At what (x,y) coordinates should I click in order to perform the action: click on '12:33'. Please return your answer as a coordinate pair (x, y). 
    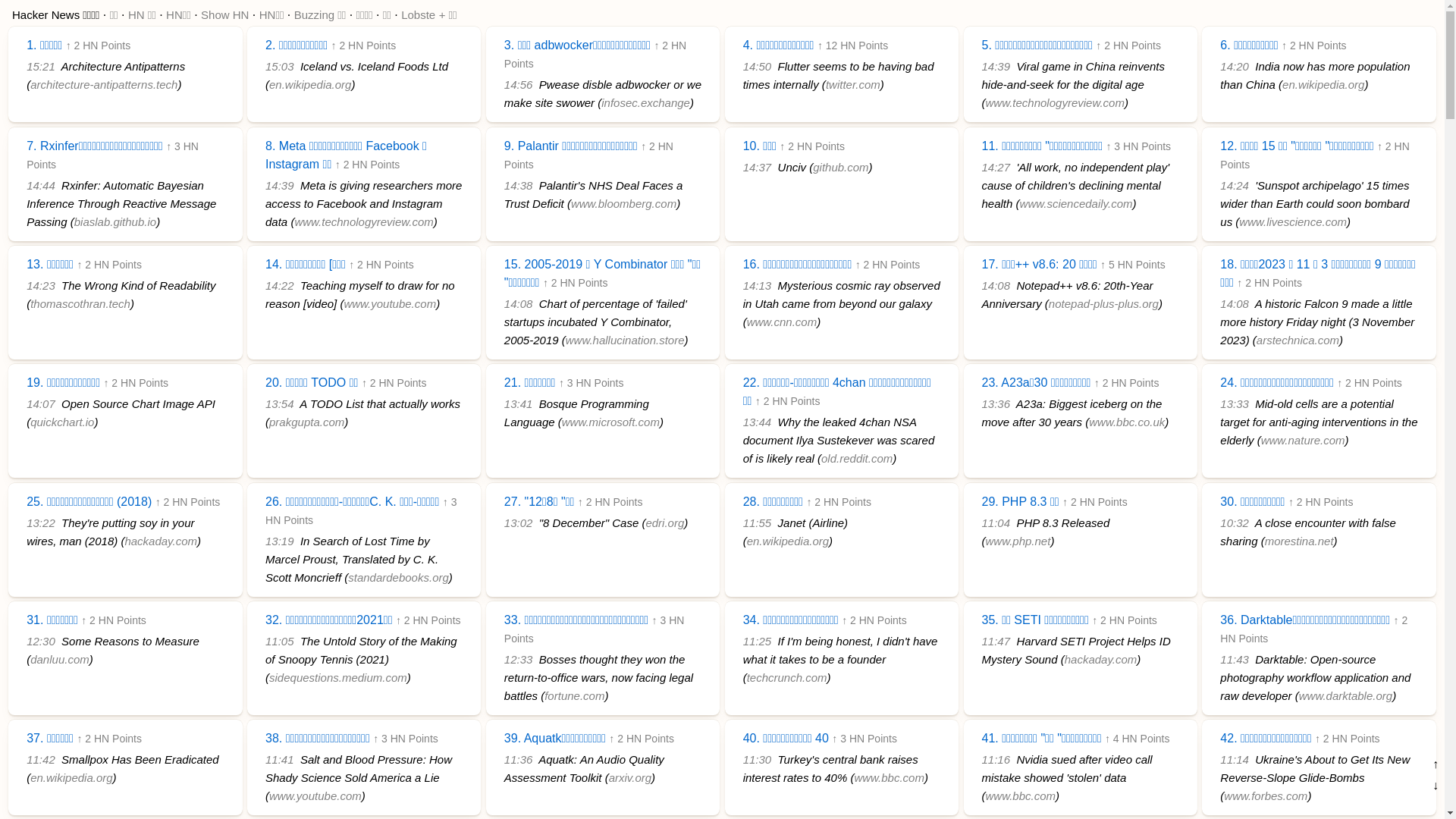
    Looking at the image, I should click on (519, 658).